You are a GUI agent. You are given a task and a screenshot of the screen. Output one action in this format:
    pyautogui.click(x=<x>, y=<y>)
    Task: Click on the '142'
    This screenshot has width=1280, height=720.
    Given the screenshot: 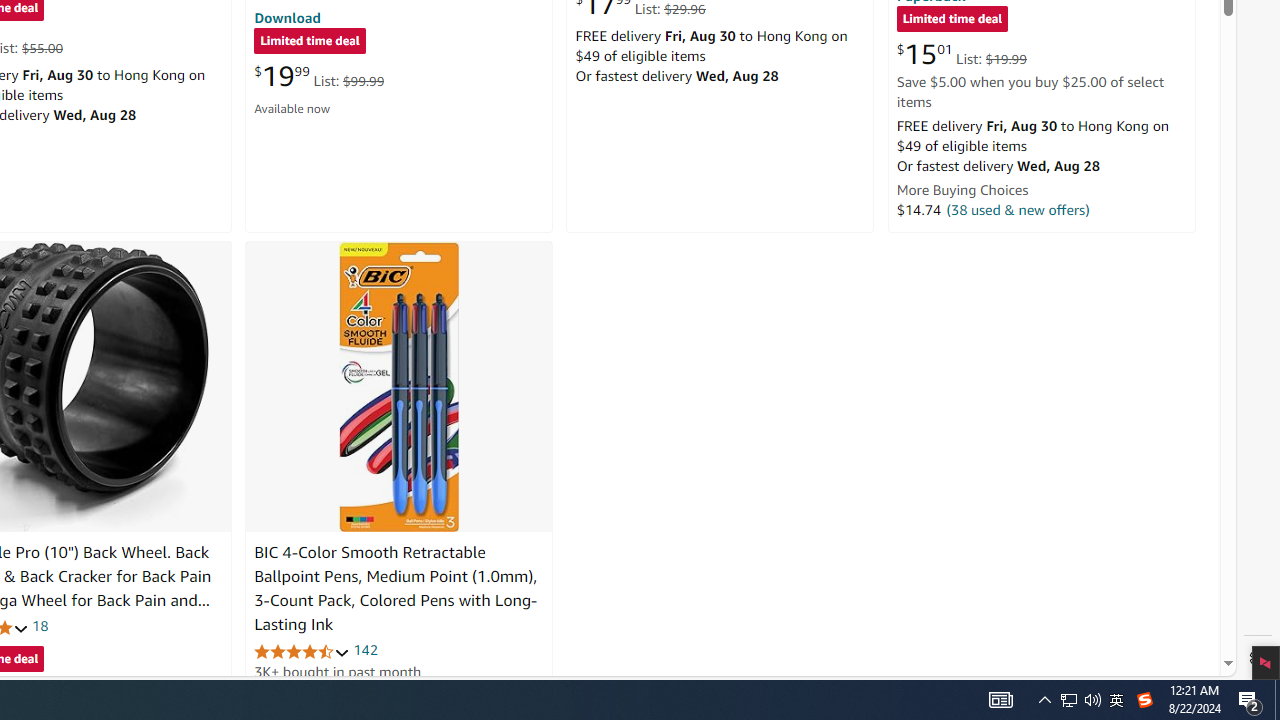 What is the action you would take?
    pyautogui.click(x=365, y=650)
    